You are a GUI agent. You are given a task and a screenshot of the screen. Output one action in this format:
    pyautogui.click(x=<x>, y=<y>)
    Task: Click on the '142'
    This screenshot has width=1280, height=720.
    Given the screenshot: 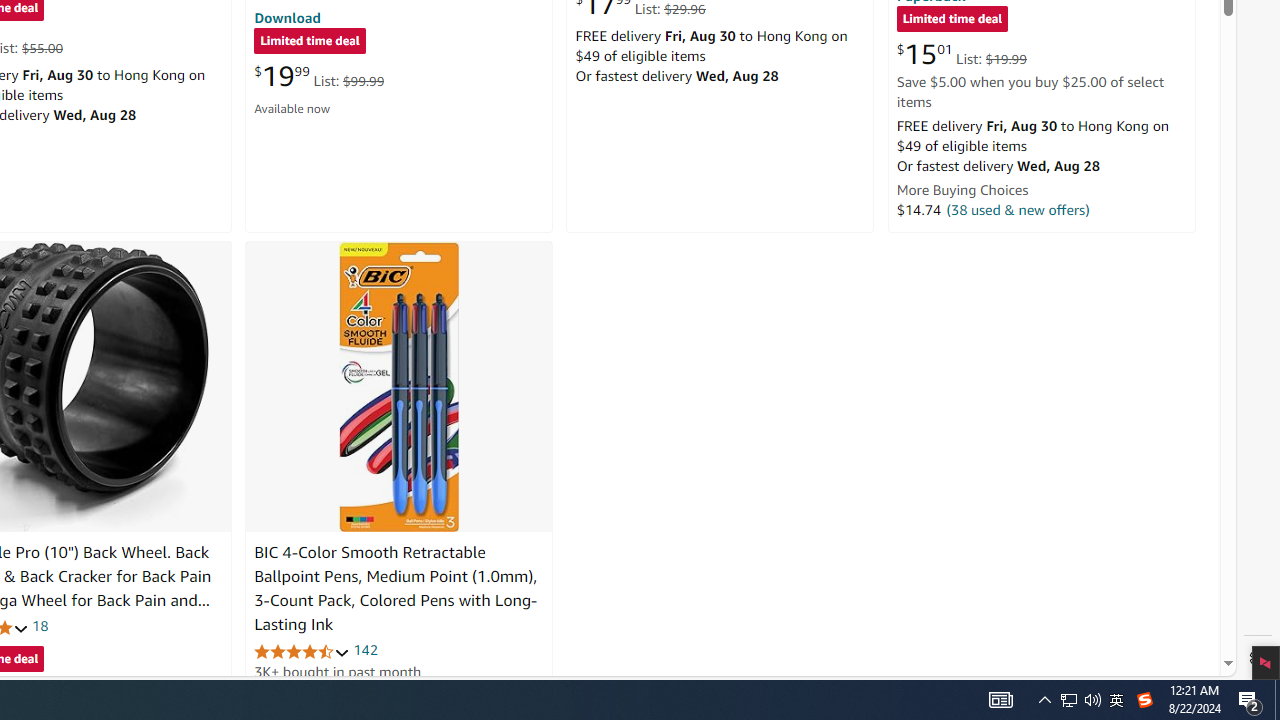 What is the action you would take?
    pyautogui.click(x=365, y=650)
    